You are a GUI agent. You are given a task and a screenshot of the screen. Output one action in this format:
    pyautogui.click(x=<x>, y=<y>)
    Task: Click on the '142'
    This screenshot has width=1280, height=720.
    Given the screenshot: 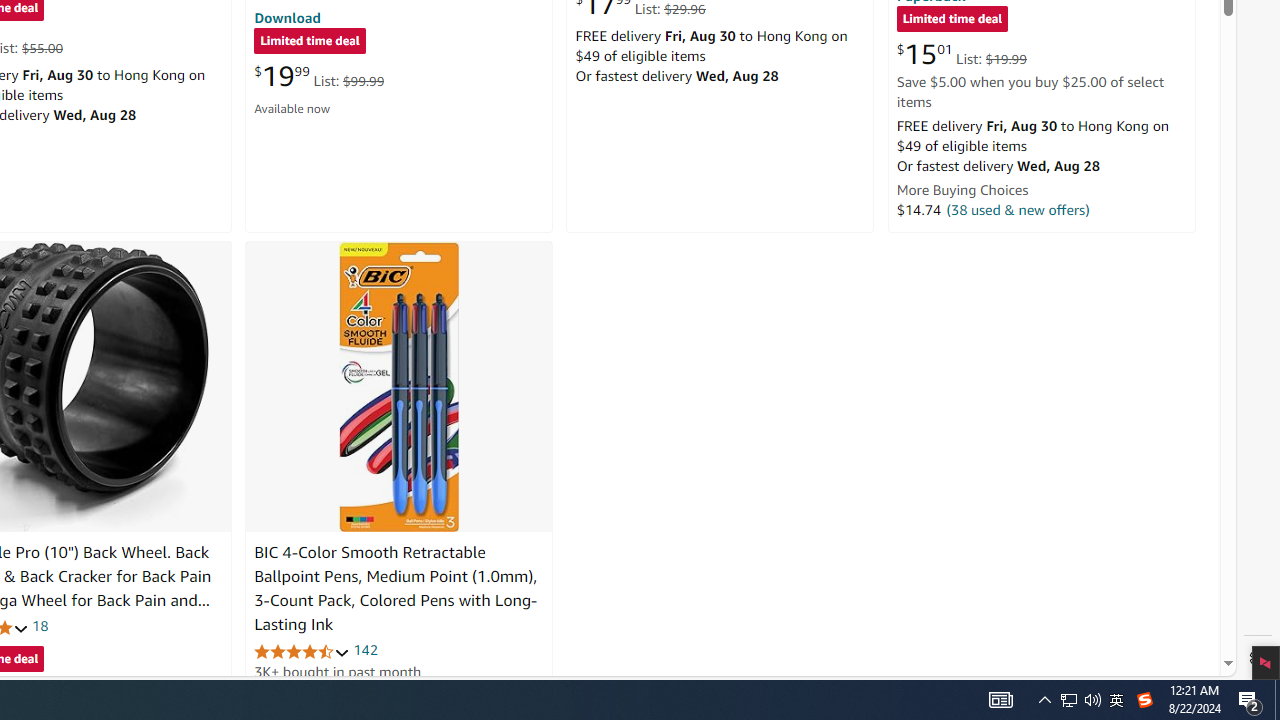 What is the action you would take?
    pyautogui.click(x=365, y=650)
    